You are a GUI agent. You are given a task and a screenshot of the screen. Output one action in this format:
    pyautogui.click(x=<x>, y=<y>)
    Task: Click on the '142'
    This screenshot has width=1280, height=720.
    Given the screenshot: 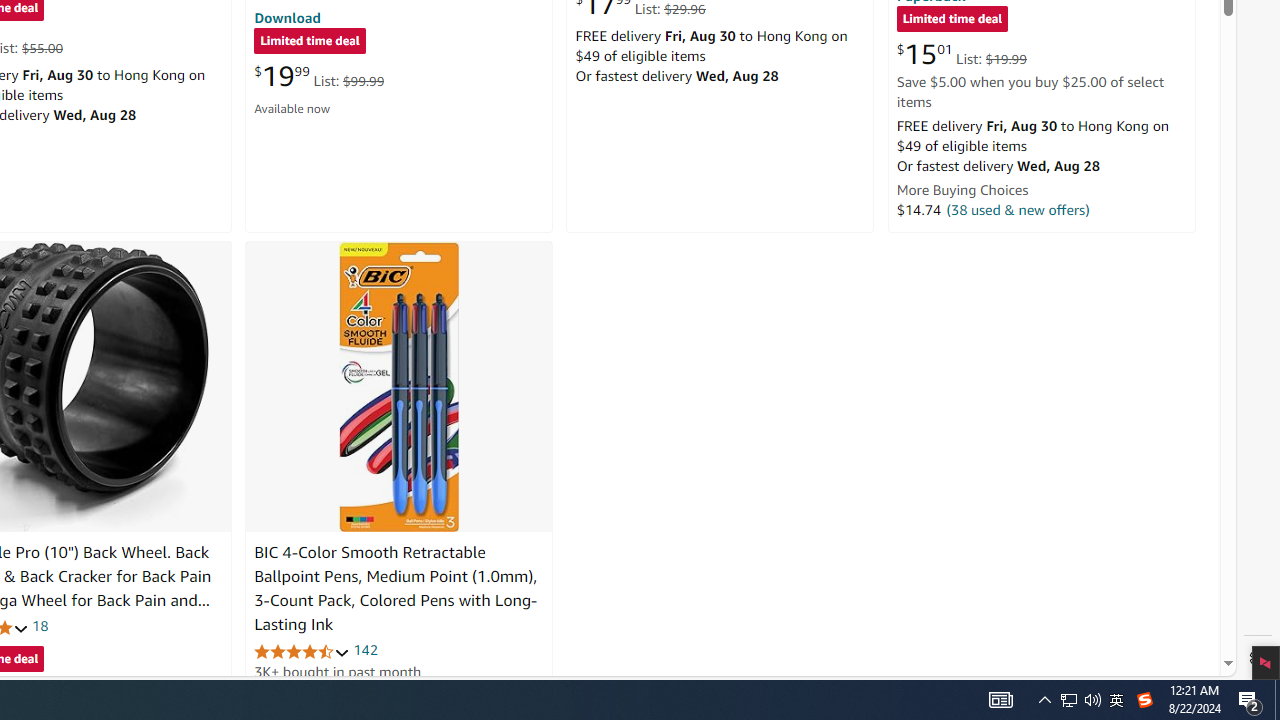 What is the action you would take?
    pyautogui.click(x=365, y=650)
    